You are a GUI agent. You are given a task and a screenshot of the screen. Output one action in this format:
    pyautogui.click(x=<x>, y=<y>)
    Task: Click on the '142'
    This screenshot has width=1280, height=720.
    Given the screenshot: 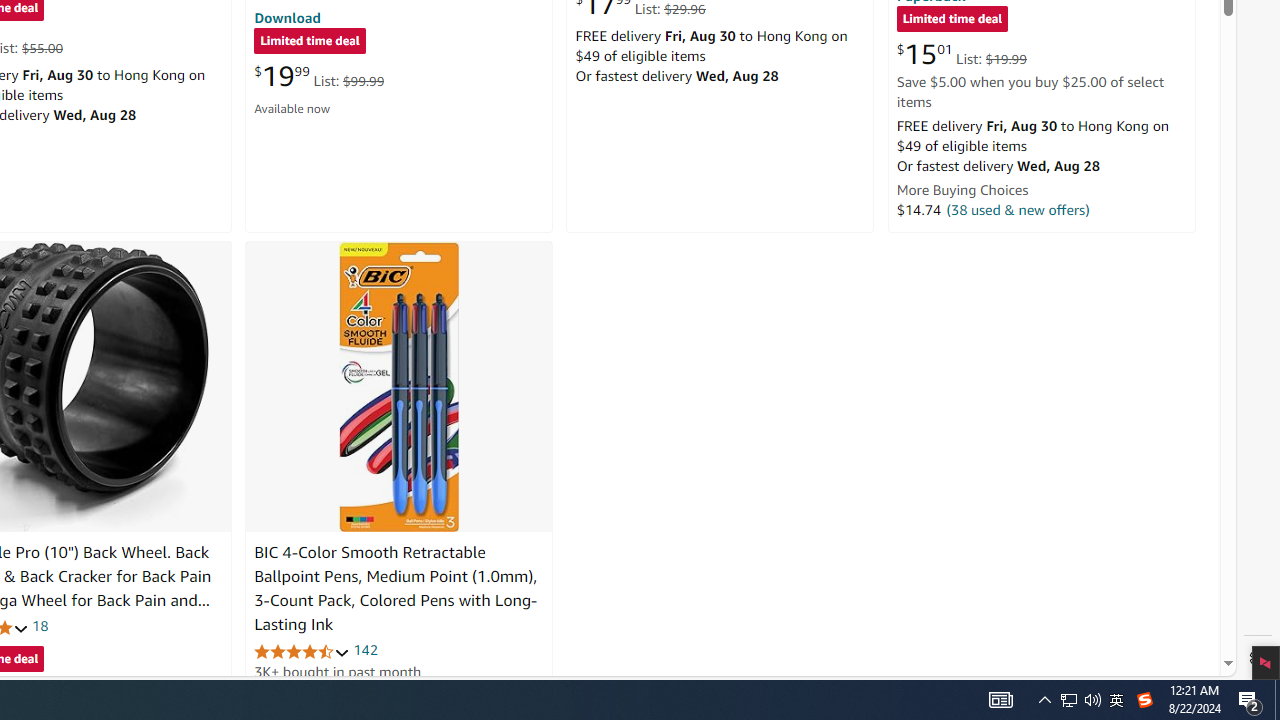 What is the action you would take?
    pyautogui.click(x=365, y=650)
    